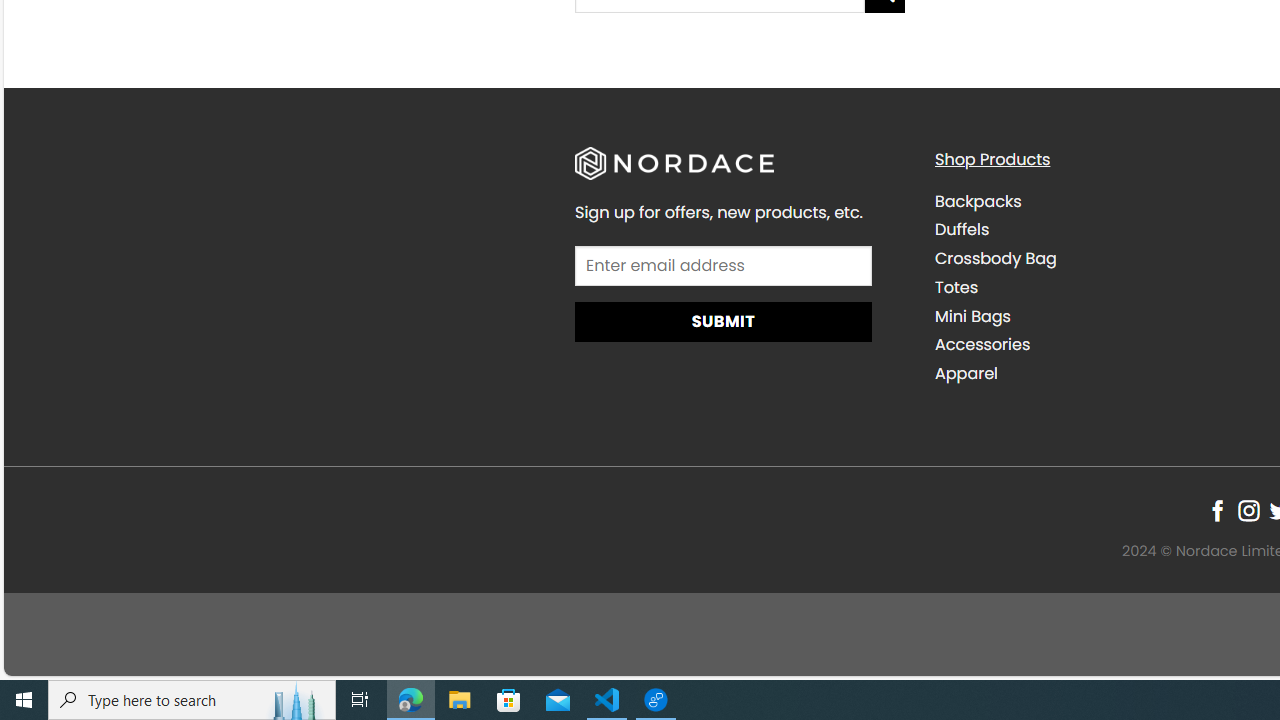 This screenshot has width=1280, height=720. Describe the element at coordinates (722, 320) in the screenshot. I see `'Submit'` at that location.